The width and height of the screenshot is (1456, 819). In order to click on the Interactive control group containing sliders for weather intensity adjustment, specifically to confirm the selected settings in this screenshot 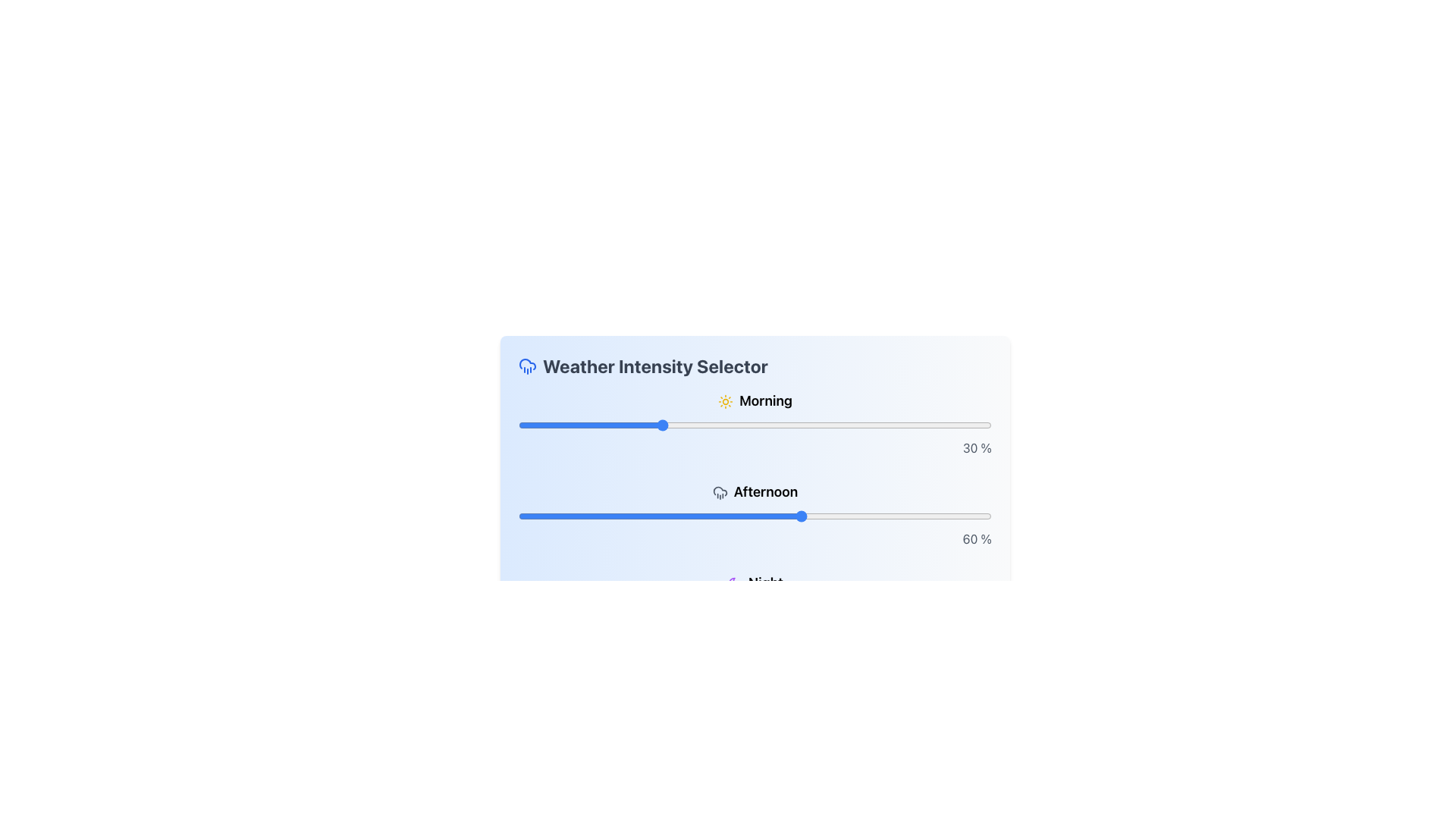, I will do `click(755, 522)`.